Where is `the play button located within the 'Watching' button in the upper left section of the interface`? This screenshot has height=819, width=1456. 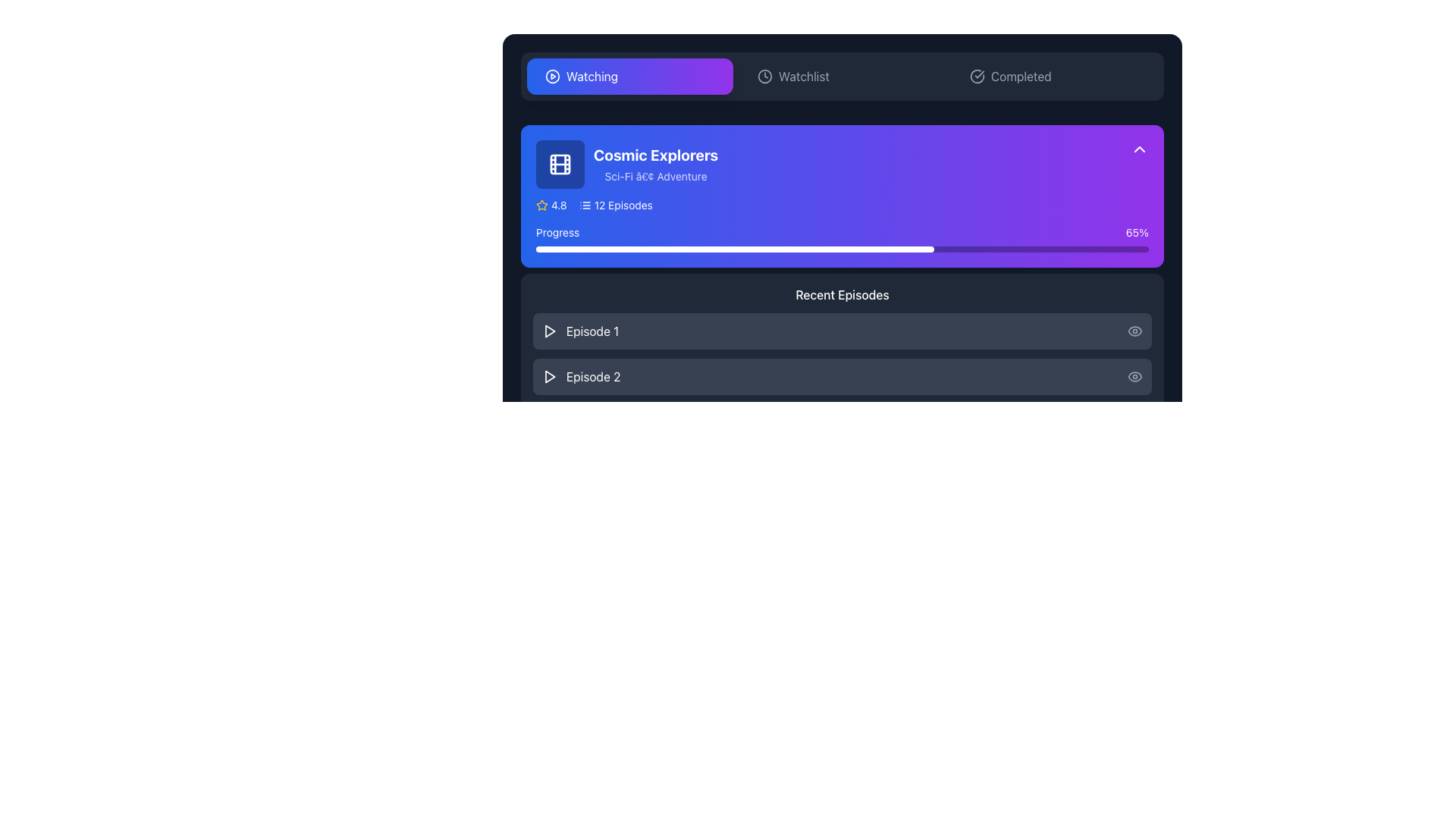
the play button located within the 'Watching' button in the upper left section of the interface is located at coordinates (552, 76).